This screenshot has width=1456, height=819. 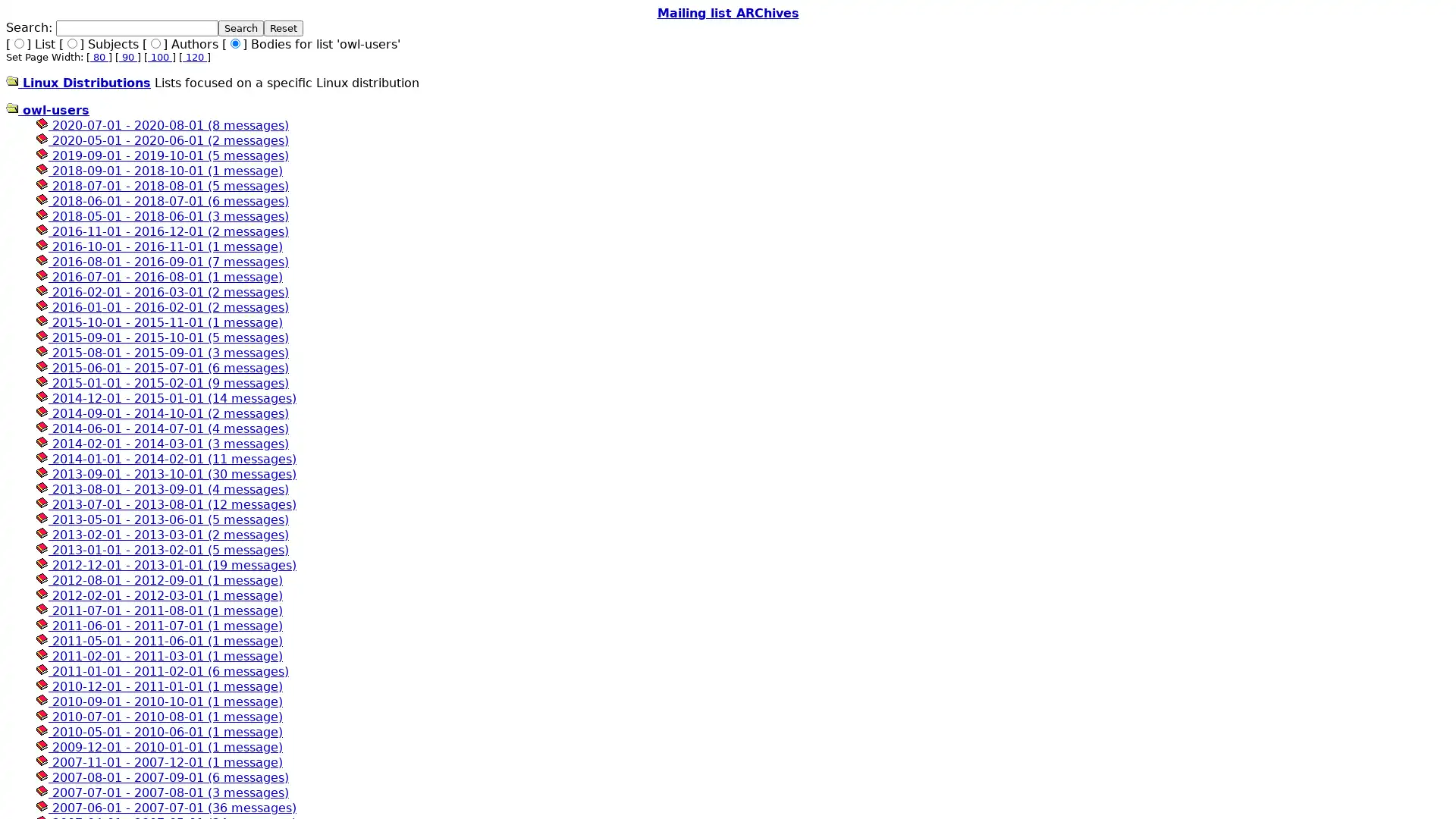 What do you see at coordinates (284, 28) in the screenshot?
I see `Reset` at bounding box center [284, 28].